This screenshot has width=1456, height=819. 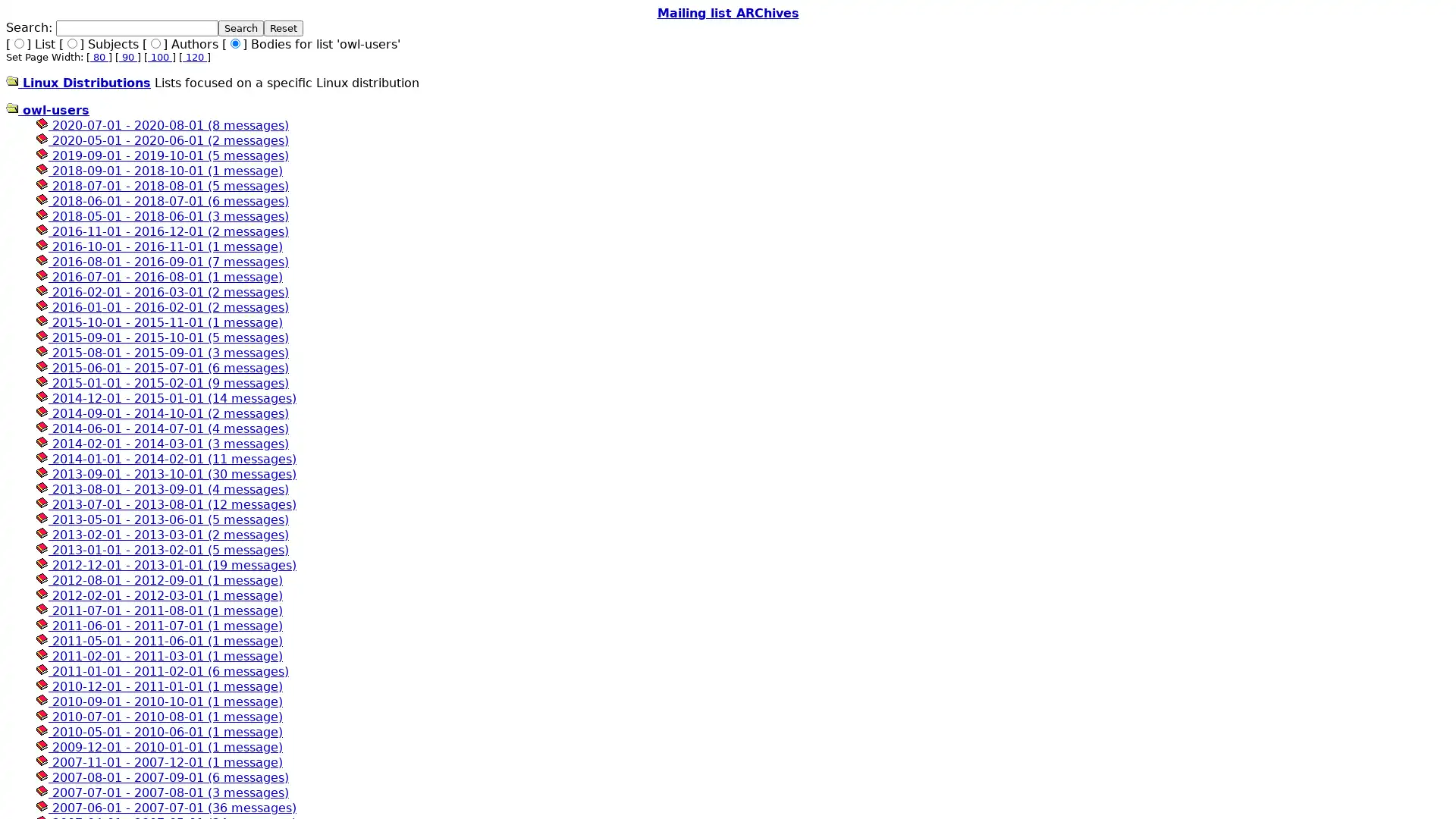 What do you see at coordinates (284, 28) in the screenshot?
I see `Reset` at bounding box center [284, 28].